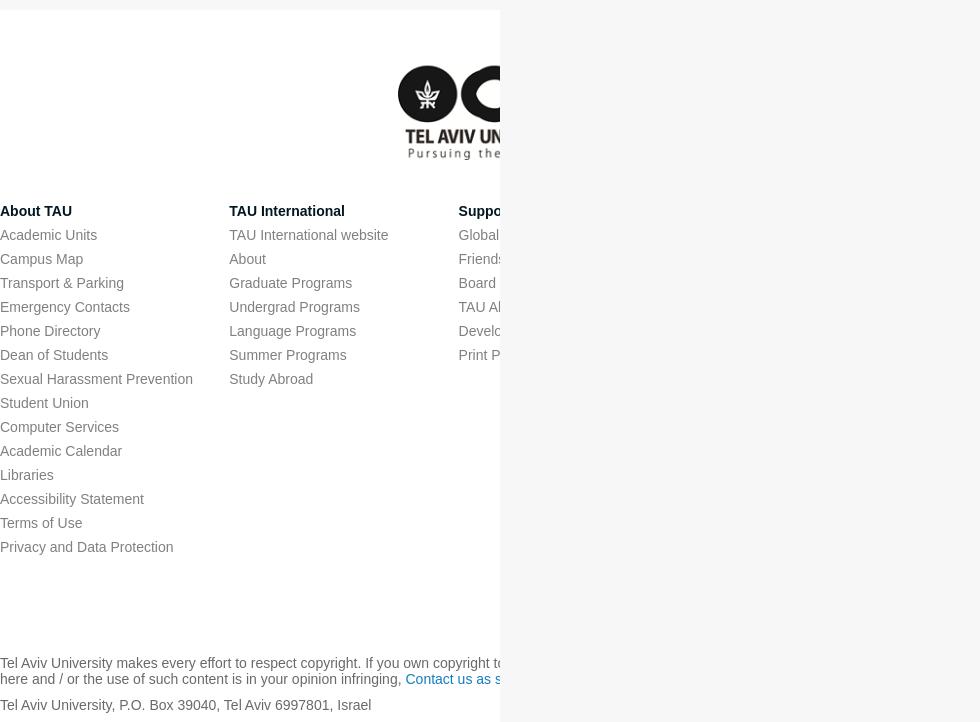 Image resolution: width=980 pixels, height=722 pixels. Describe the element at coordinates (40, 523) in the screenshot. I see `'Terms of Use'` at that location.